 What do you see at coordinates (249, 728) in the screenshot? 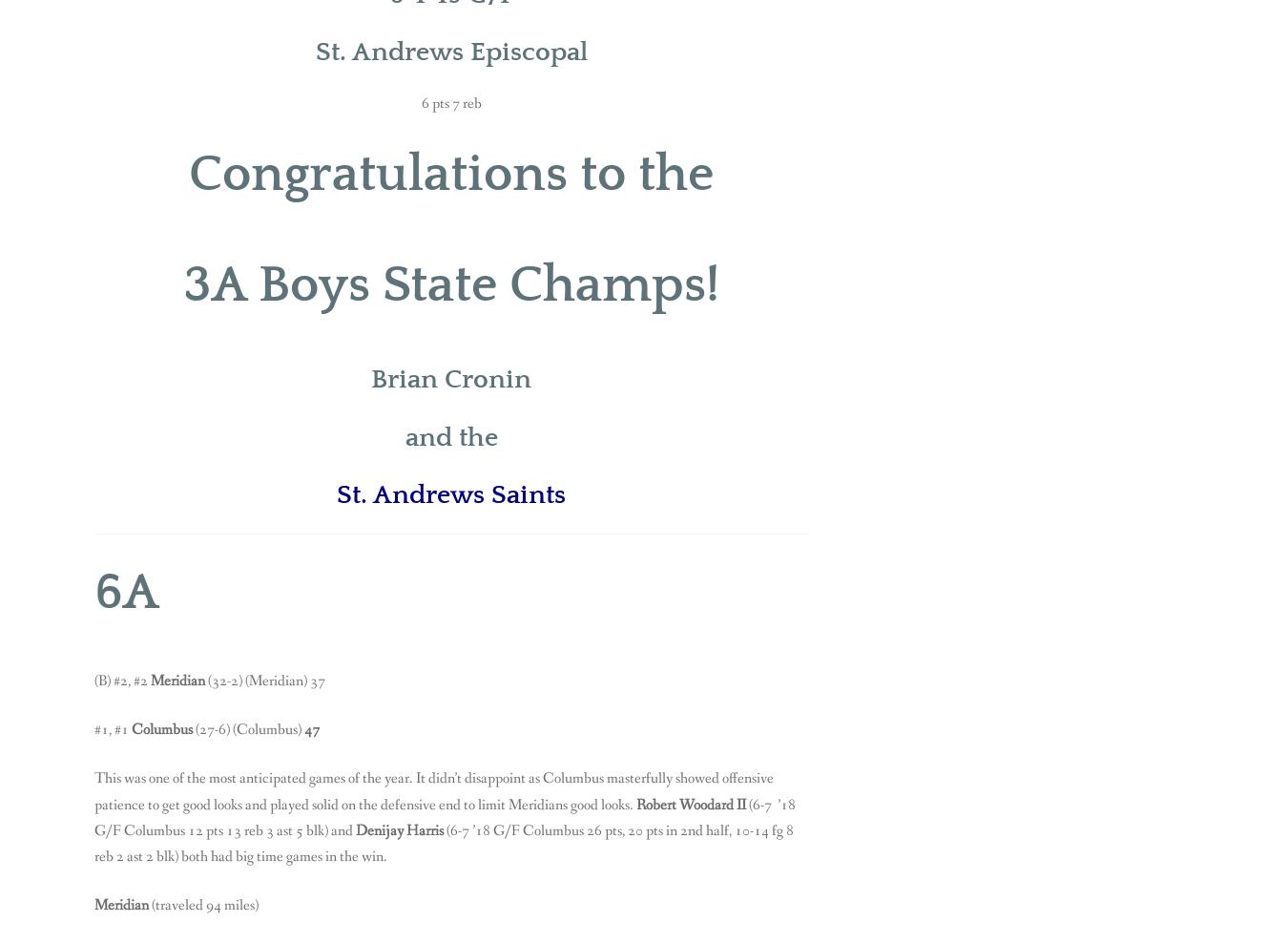
I see `'(27-6) (Columbus)'` at bounding box center [249, 728].